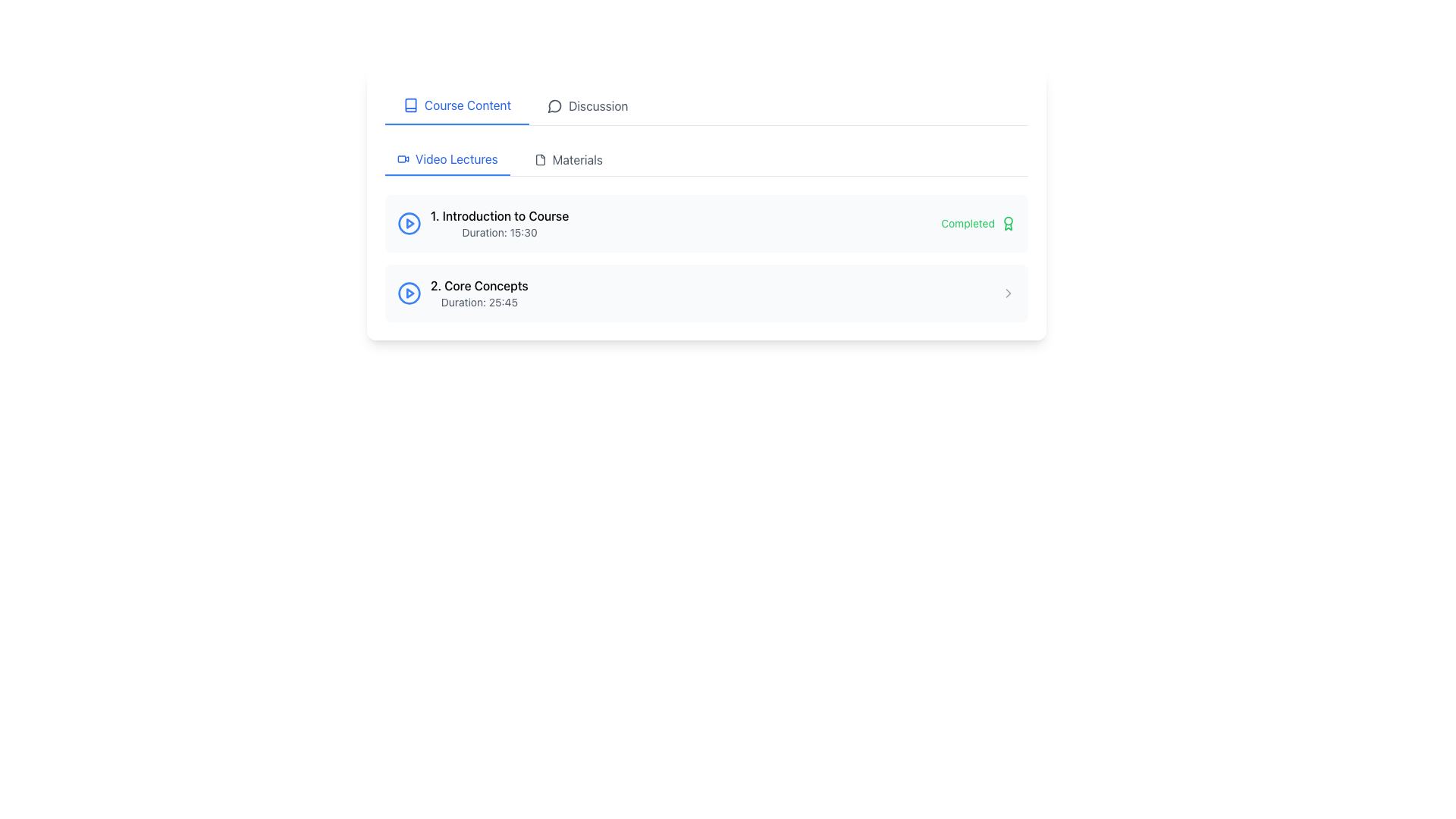 Image resolution: width=1456 pixels, height=819 pixels. I want to click on the icon located at the right end of the 'Core Concepts' entry in the video lectures list to receive contextual information or highlight it visually, so click(1008, 293).